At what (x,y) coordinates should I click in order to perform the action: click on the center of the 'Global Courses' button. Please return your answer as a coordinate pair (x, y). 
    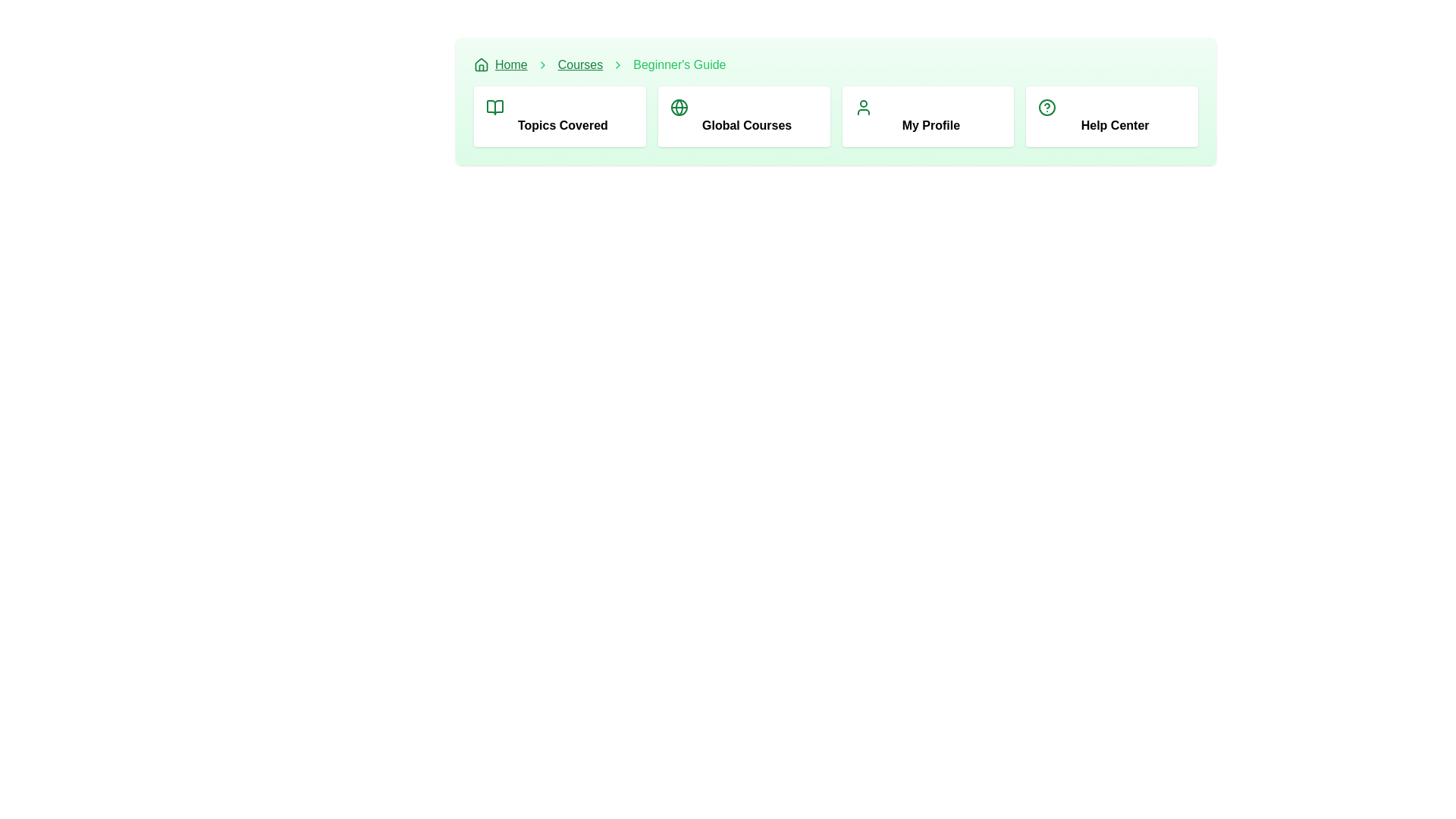
    Looking at the image, I should click on (744, 116).